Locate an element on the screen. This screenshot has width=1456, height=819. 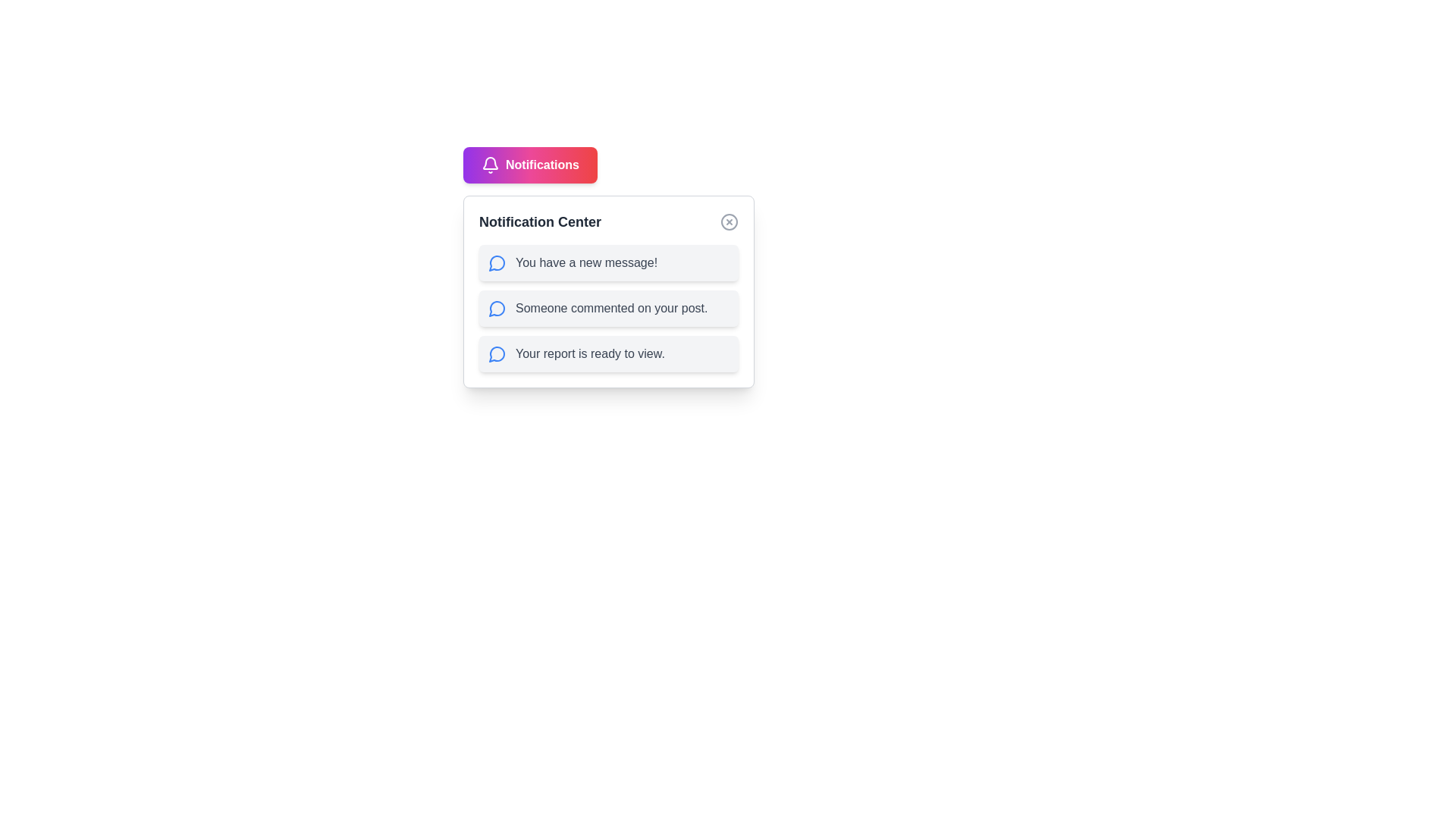
the notification card that contains the message 'Someone commented on your post.' which is the second card in the notification center is located at coordinates (608, 308).